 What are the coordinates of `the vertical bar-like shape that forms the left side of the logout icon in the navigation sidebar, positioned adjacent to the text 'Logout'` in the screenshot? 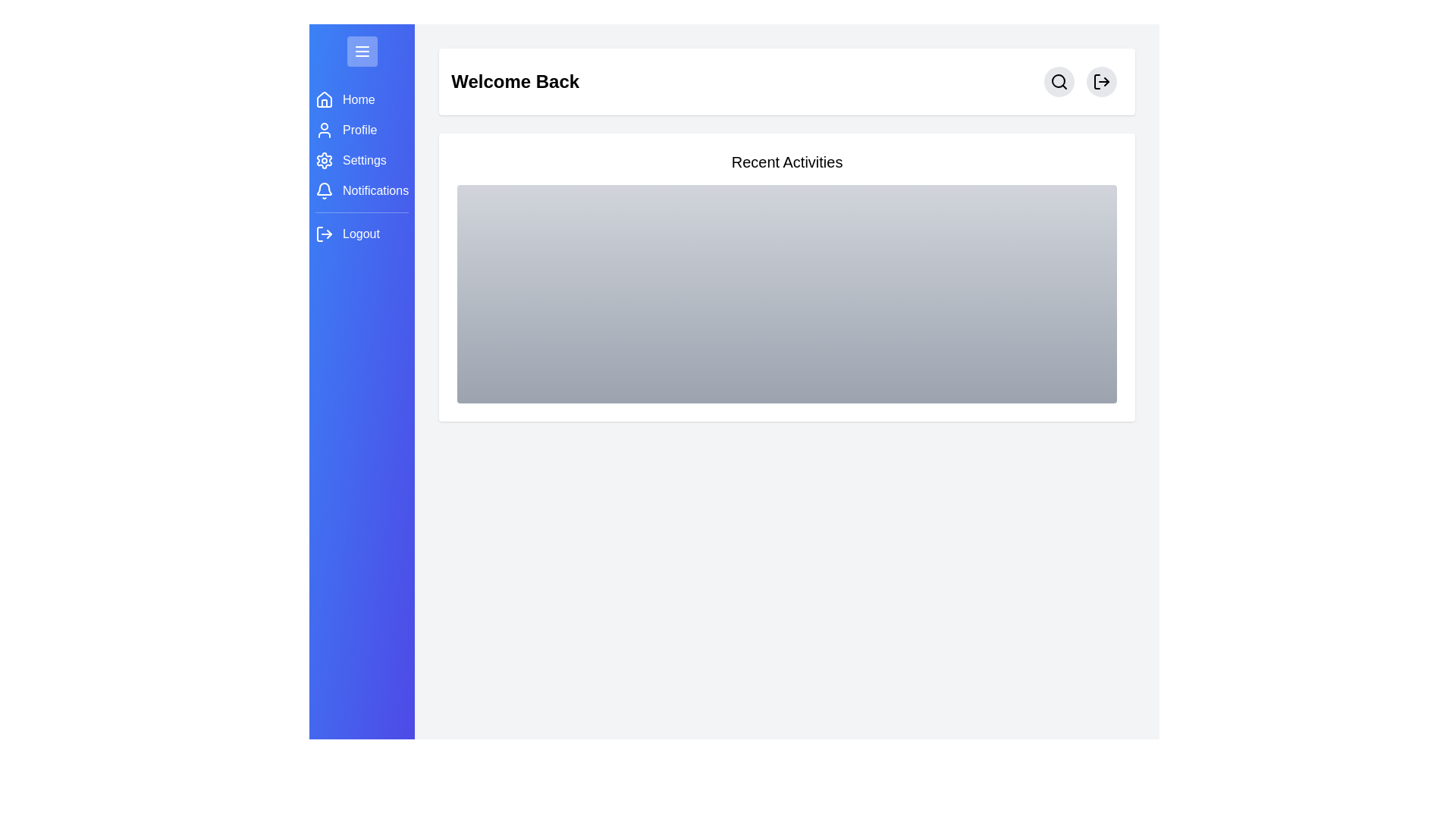 It's located at (319, 234).